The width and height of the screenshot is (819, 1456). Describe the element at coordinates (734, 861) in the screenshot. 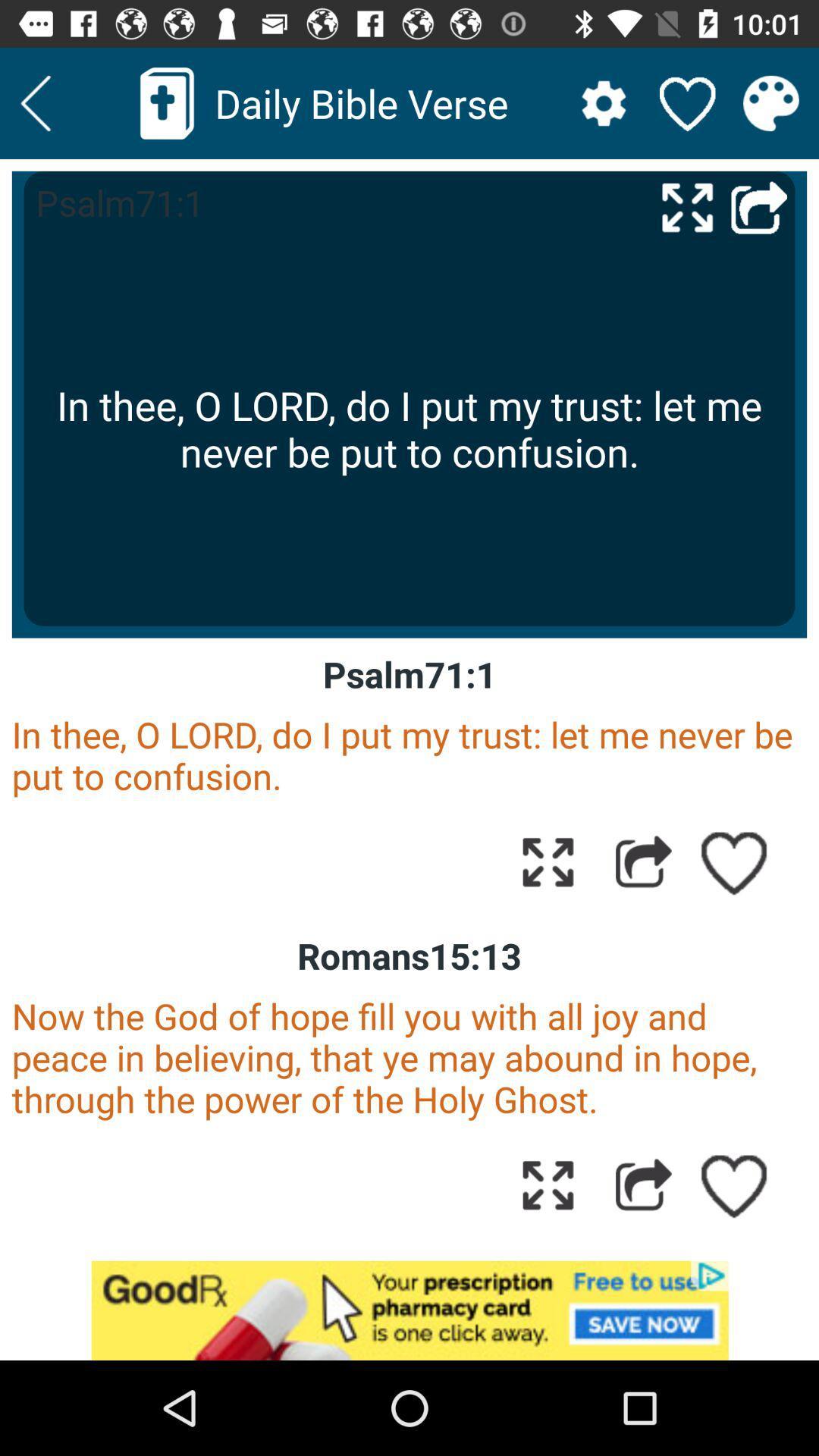

I see `to favorite` at that location.